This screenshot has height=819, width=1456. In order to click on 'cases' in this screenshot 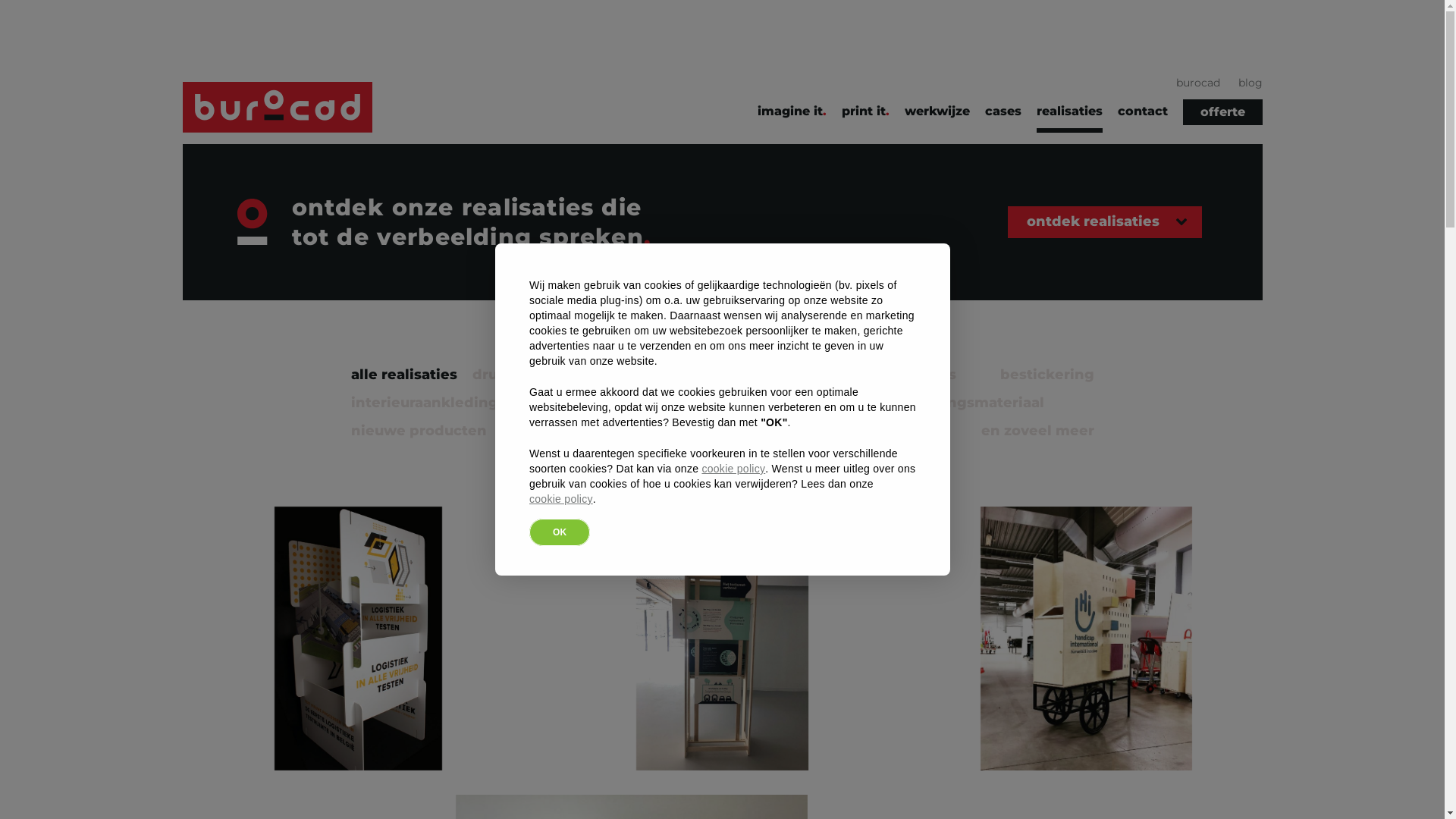, I will do `click(1003, 115)`.